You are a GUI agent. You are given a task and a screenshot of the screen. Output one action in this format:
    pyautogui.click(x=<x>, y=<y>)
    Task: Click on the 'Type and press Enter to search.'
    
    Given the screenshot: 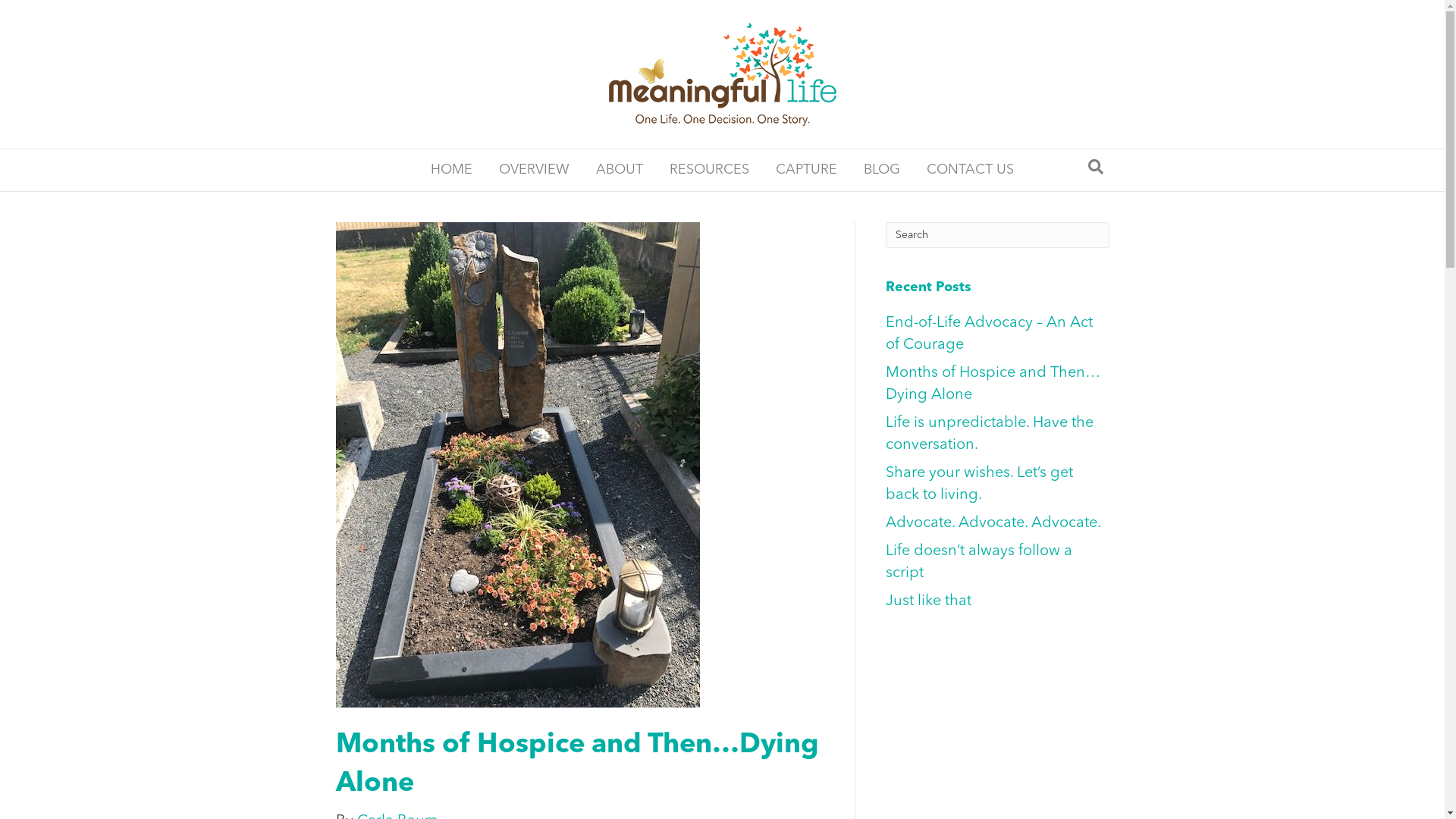 What is the action you would take?
    pyautogui.click(x=997, y=234)
    